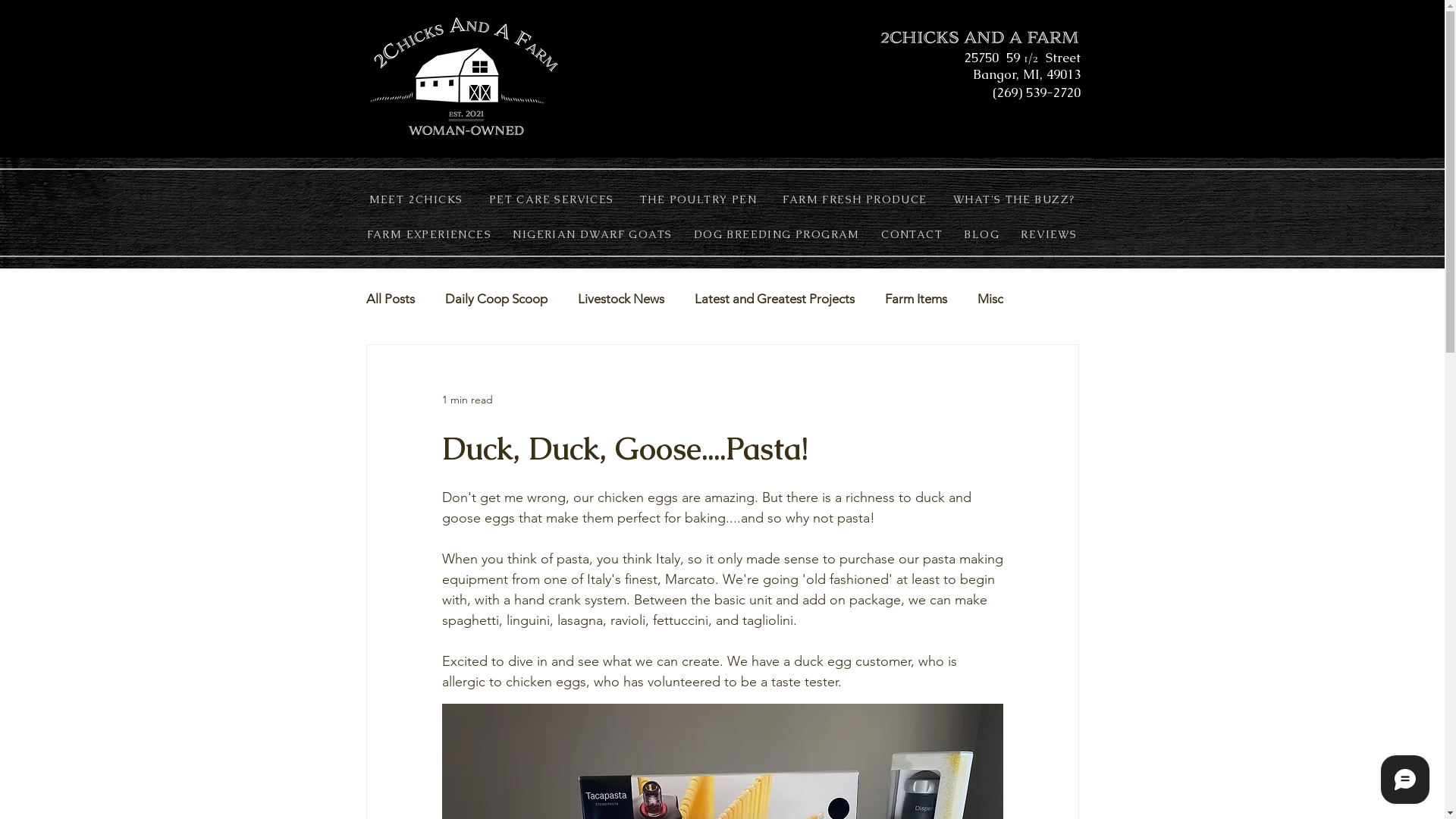  What do you see at coordinates (981, 234) in the screenshot?
I see `'BLOG'` at bounding box center [981, 234].